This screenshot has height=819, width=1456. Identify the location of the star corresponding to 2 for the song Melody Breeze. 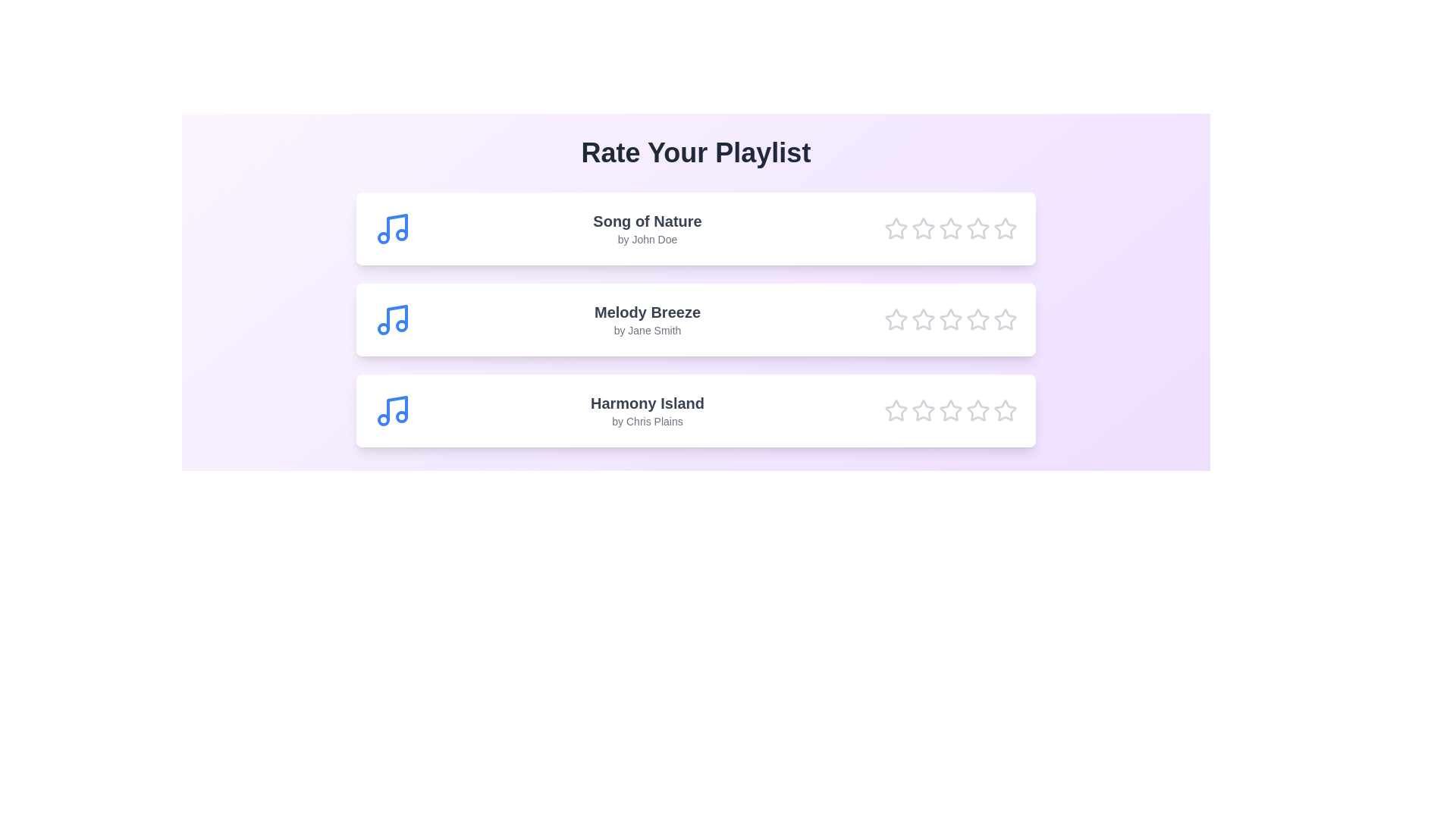
(923, 318).